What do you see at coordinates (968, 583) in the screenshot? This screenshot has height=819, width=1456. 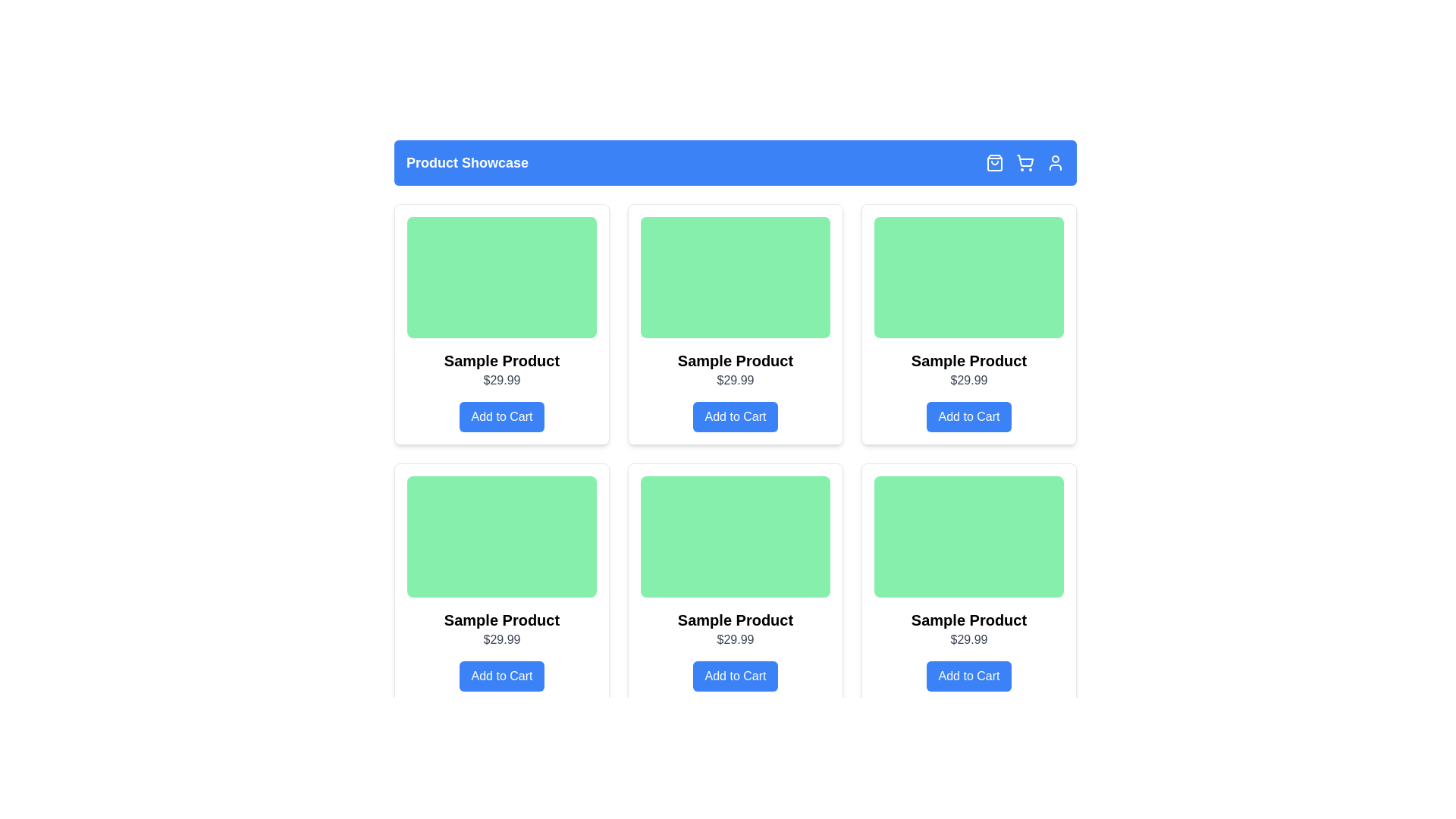 I see `the 'Add to Cart' button on the card titled 'Sample Product', positioned in the second row and third column of the grid layout` at bounding box center [968, 583].